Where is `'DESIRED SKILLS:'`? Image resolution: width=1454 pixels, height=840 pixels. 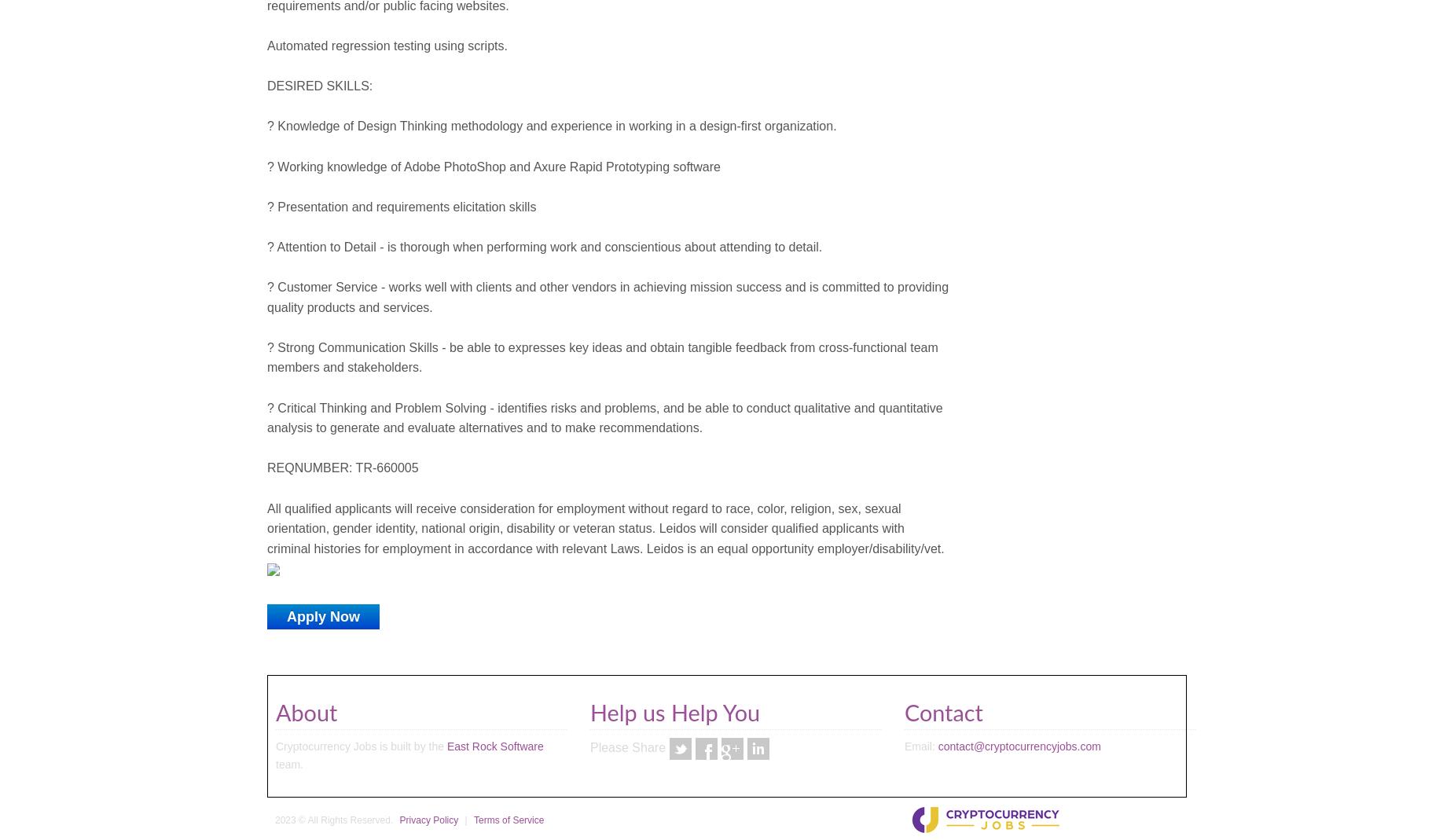 'DESIRED SKILLS:' is located at coordinates (319, 86).